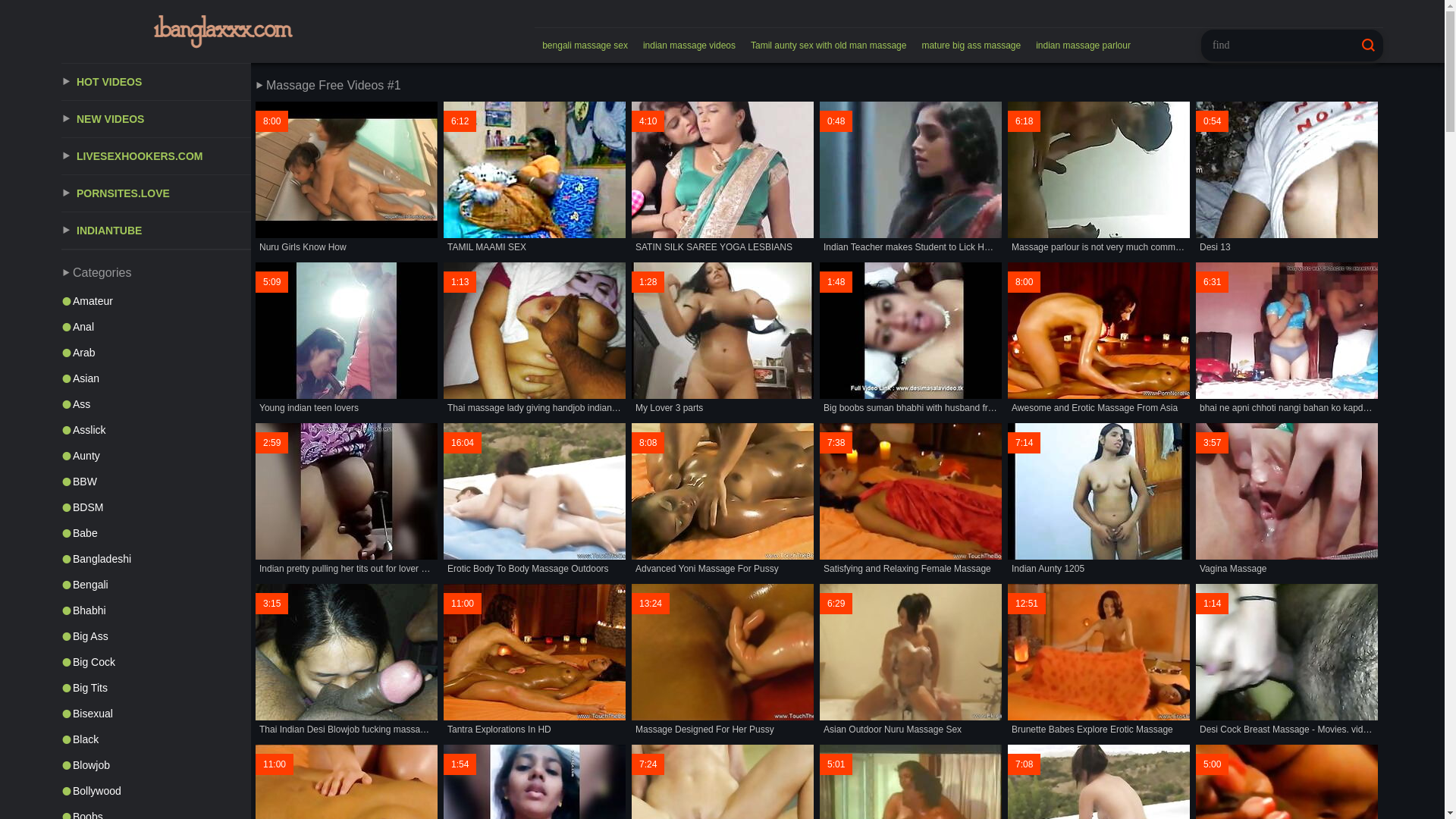  Describe the element at coordinates (632, 500) in the screenshot. I see `'8:08` at that location.